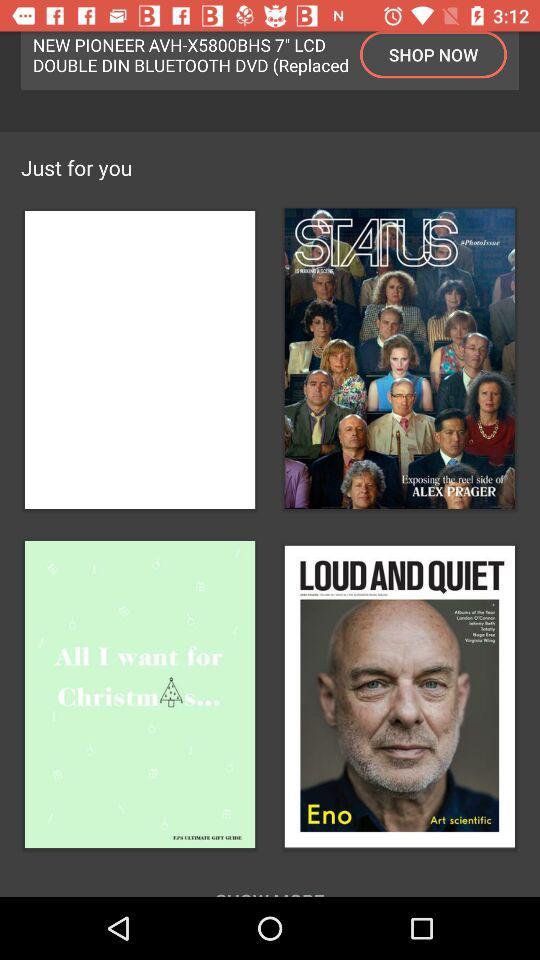  What do you see at coordinates (191, 53) in the screenshot?
I see `the new pioneer avh icon` at bounding box center [191, 53].